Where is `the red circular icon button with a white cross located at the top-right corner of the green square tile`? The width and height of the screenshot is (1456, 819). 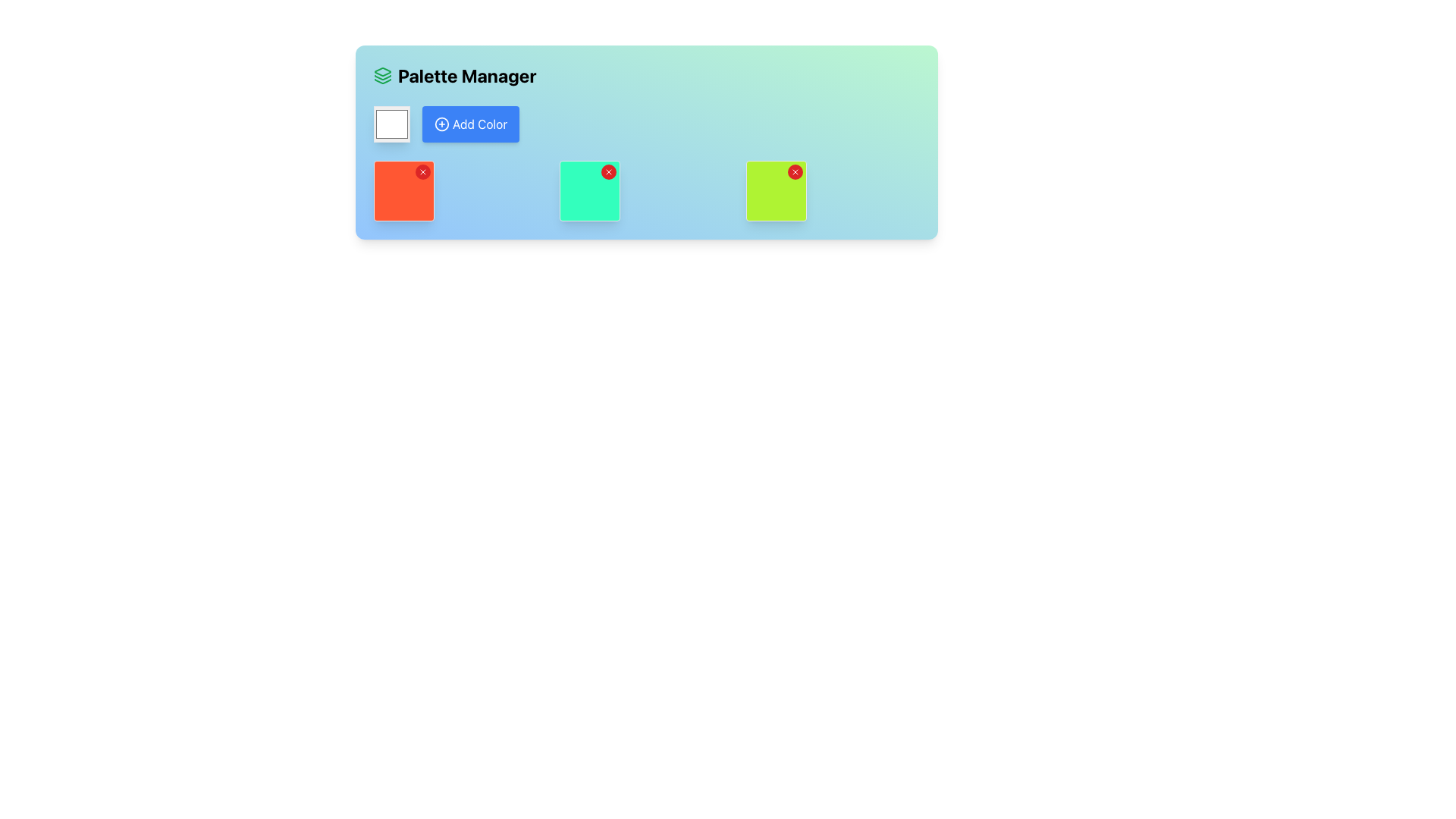
the red circular icon button with a white cross located at the top-right corner of the green square tile is located at coordinates (609, 171).